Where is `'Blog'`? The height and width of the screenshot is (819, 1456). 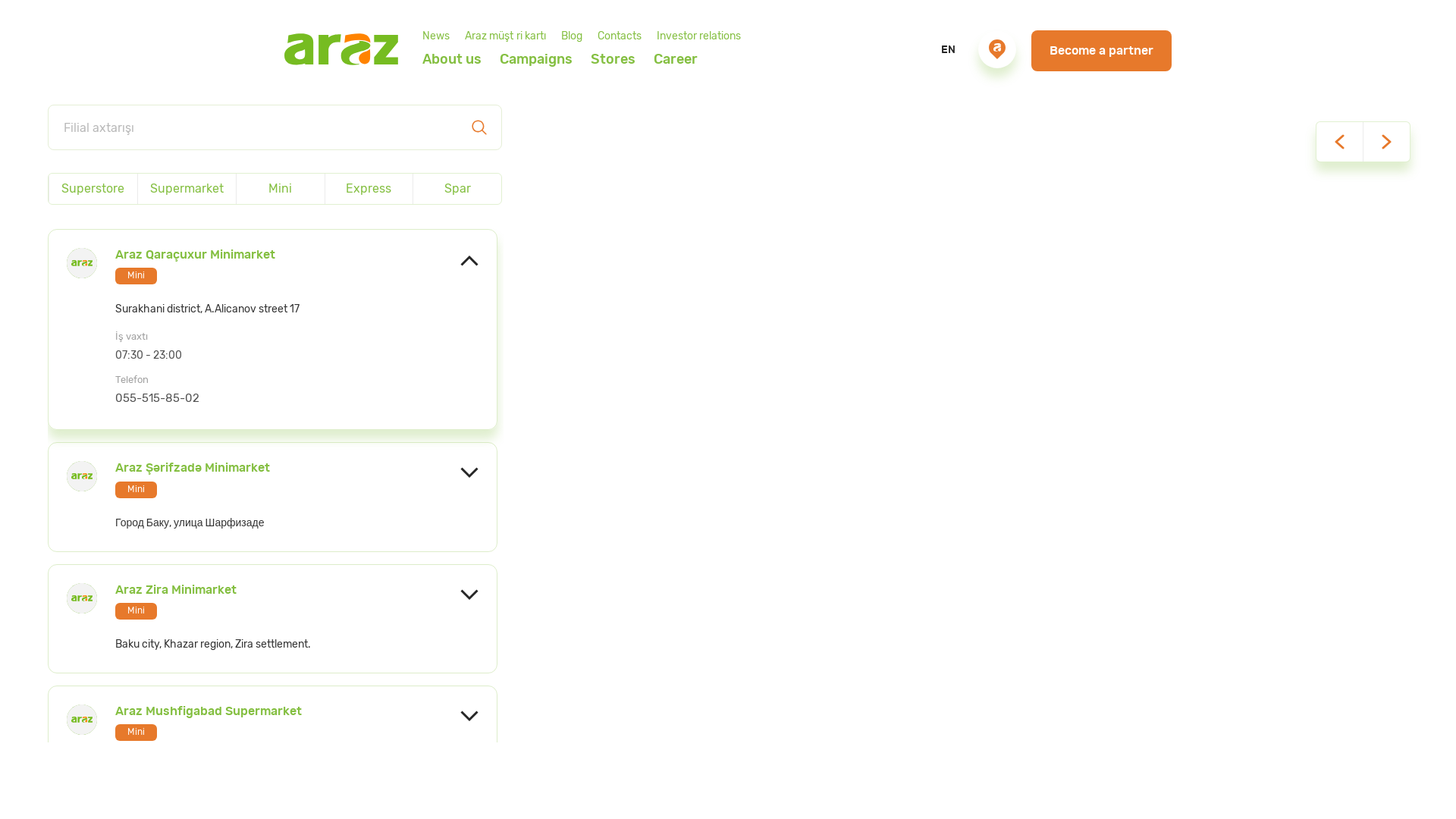 'Blog' is located at coordinates (570, 35).